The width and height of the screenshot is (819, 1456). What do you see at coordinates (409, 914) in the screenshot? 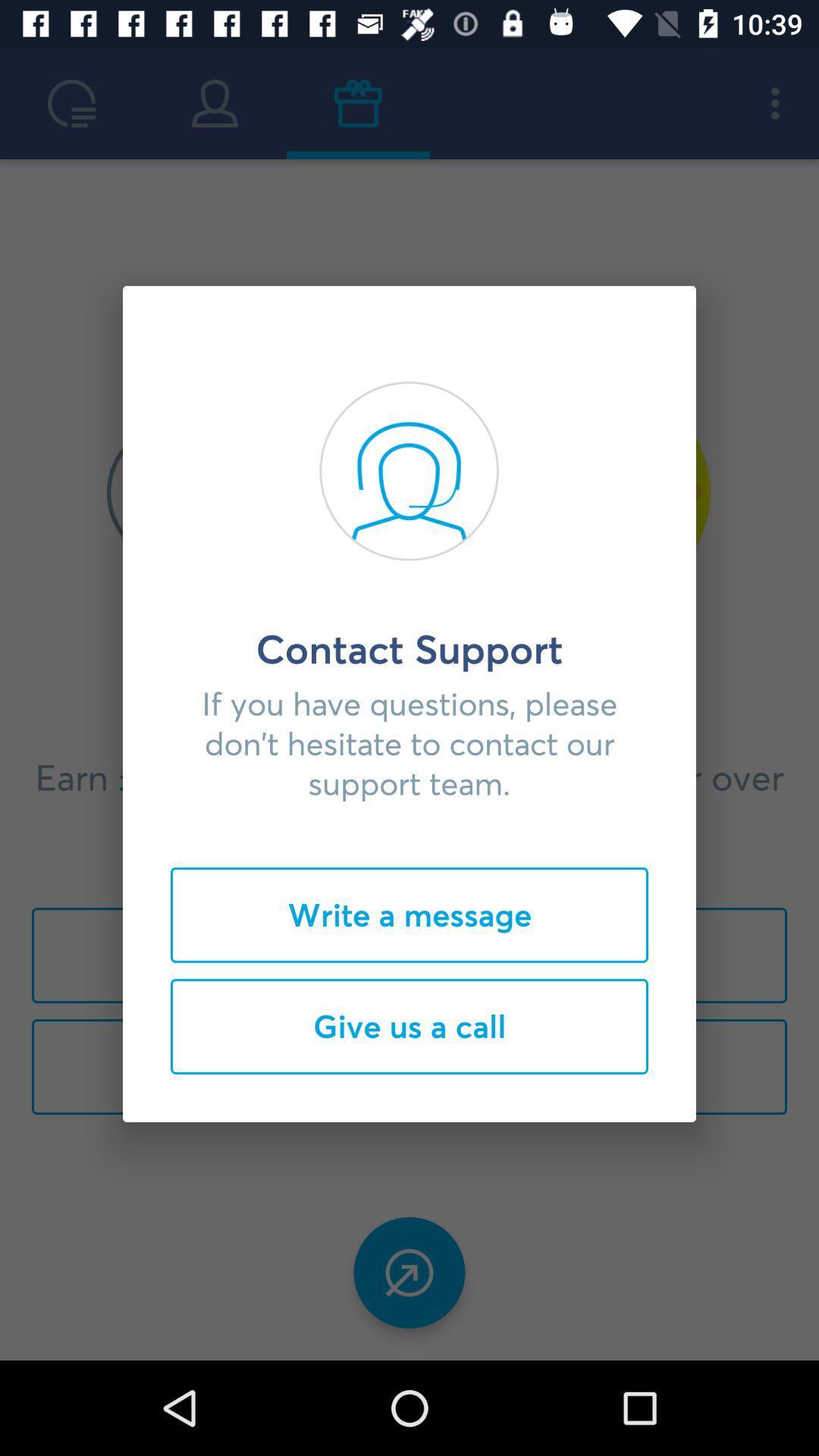
I see `icon below the if you have` at bounding box center [409, 914].